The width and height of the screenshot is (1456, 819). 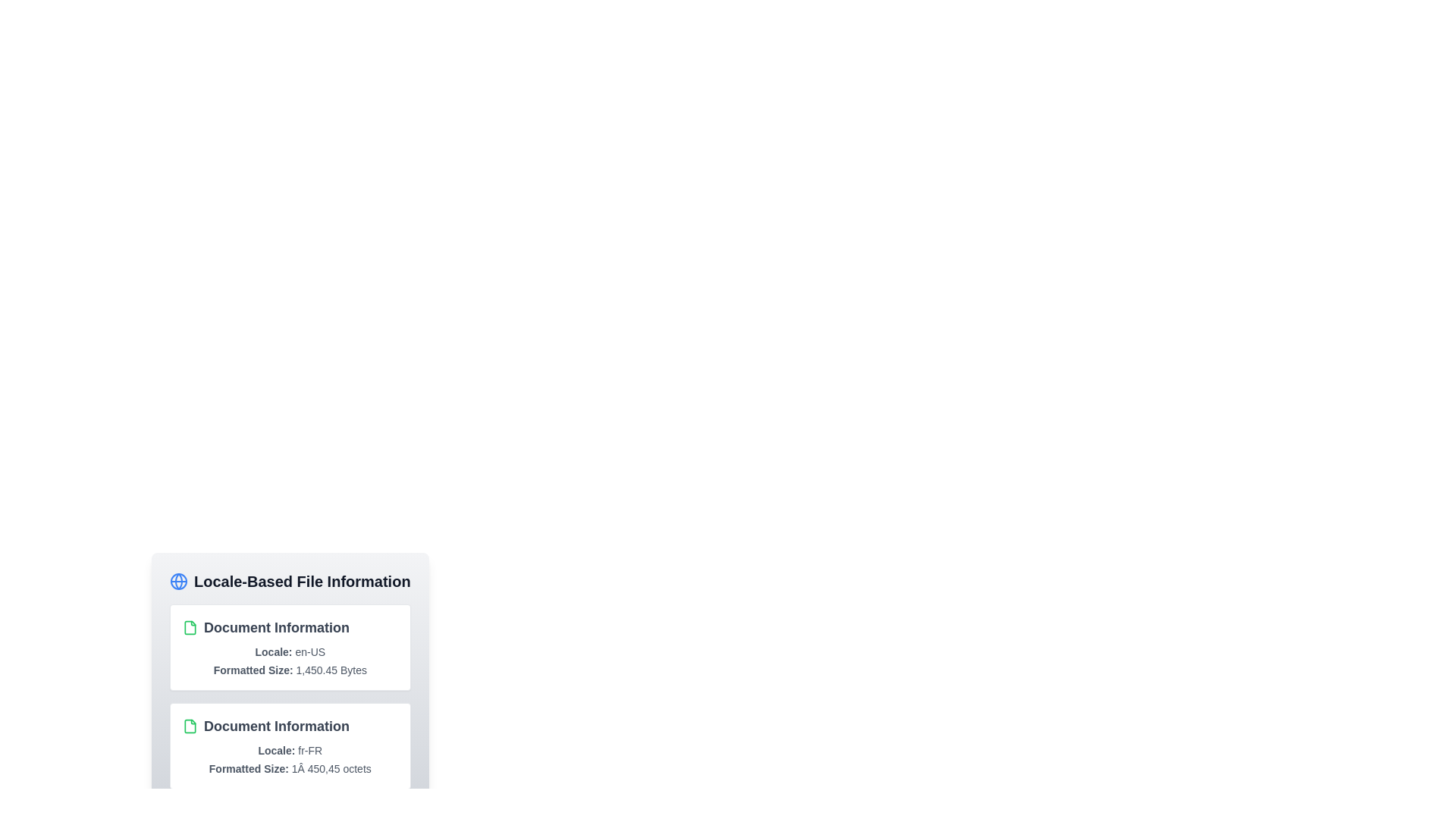 I want to click on the static text label that indicates the locale value ('fr-FR'), located in the second 'Document Information' section, below the first entry, so click(x=276, y=751).